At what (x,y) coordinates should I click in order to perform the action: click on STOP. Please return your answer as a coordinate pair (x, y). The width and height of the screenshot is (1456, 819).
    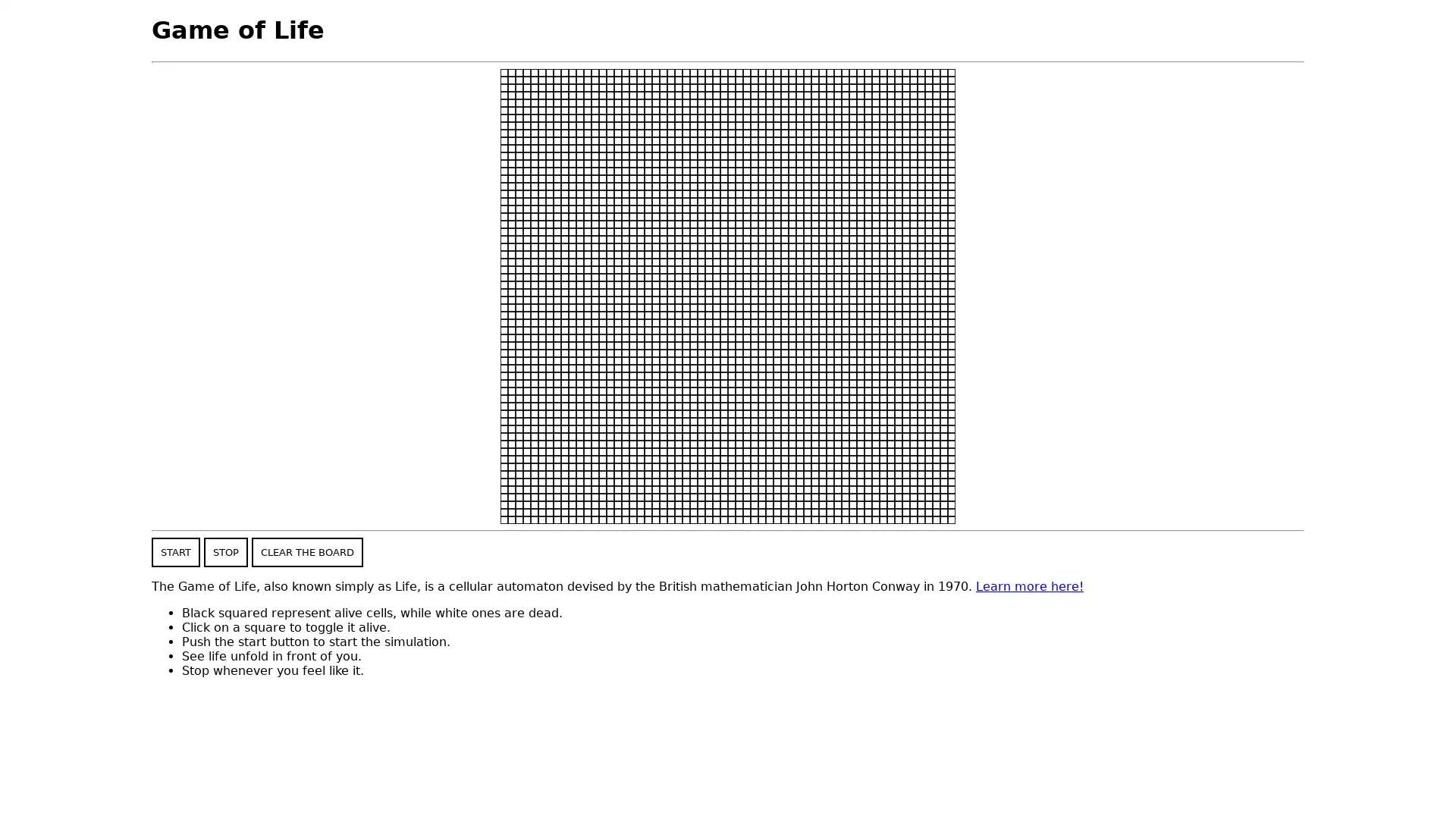
    Looking at the image, I should click on (224, 551).